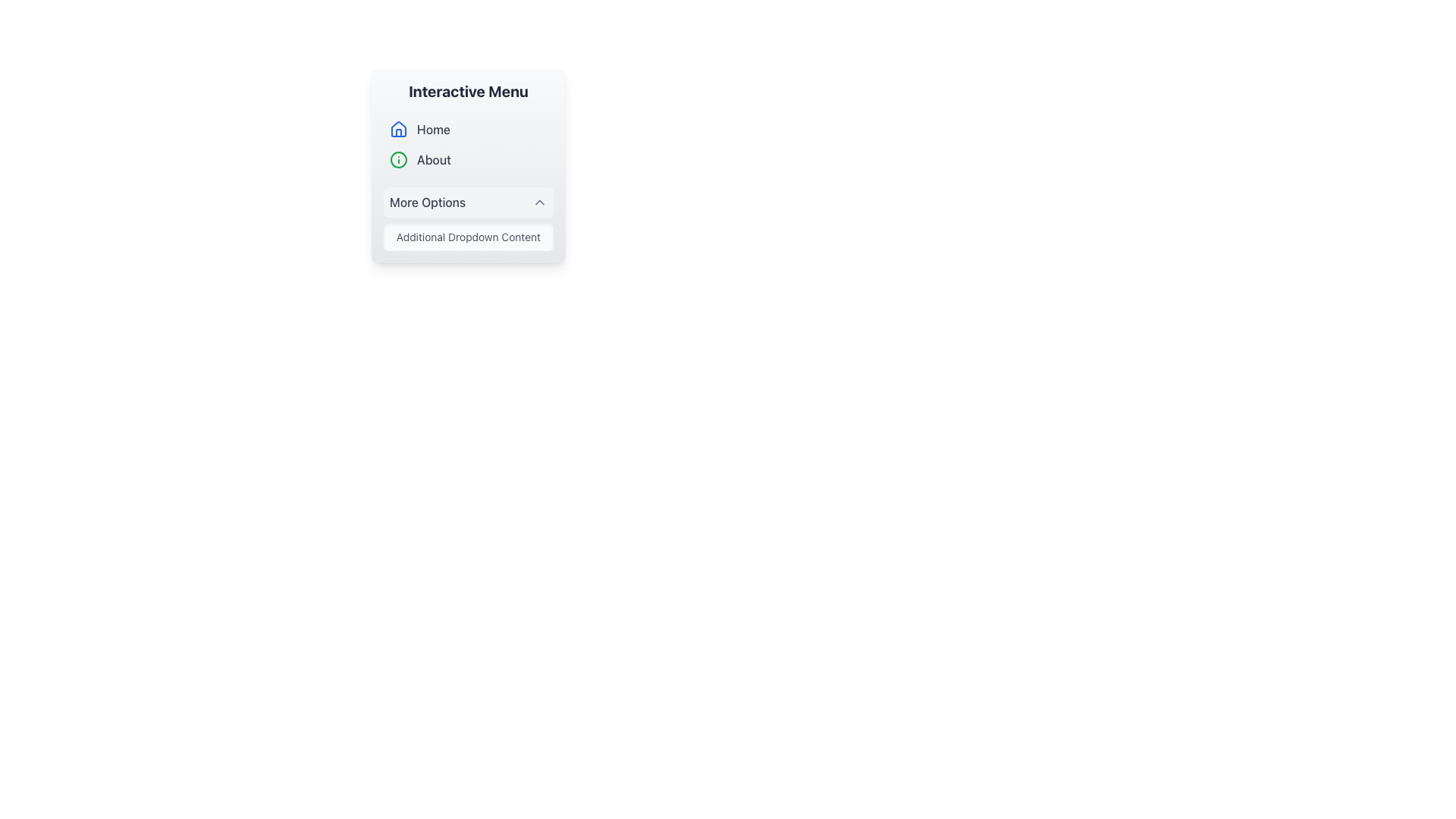  What do you see at coordinates (433, 160) in the screenshot?
I see `the 'About' menu option text label` at bounding box center [433, 160].